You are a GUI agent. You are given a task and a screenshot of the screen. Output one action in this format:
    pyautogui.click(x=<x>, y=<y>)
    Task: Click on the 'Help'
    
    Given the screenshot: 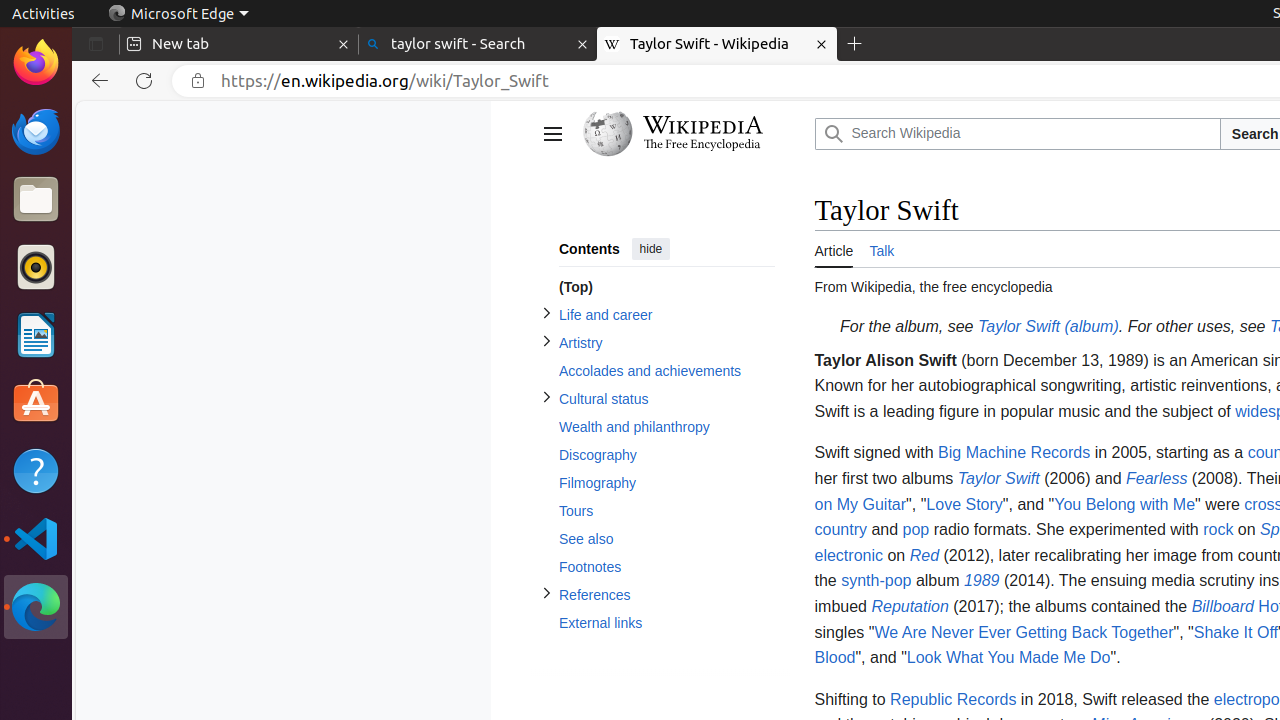 What is the action you would take?
    pyautogui.click(x=35, y=471)
    